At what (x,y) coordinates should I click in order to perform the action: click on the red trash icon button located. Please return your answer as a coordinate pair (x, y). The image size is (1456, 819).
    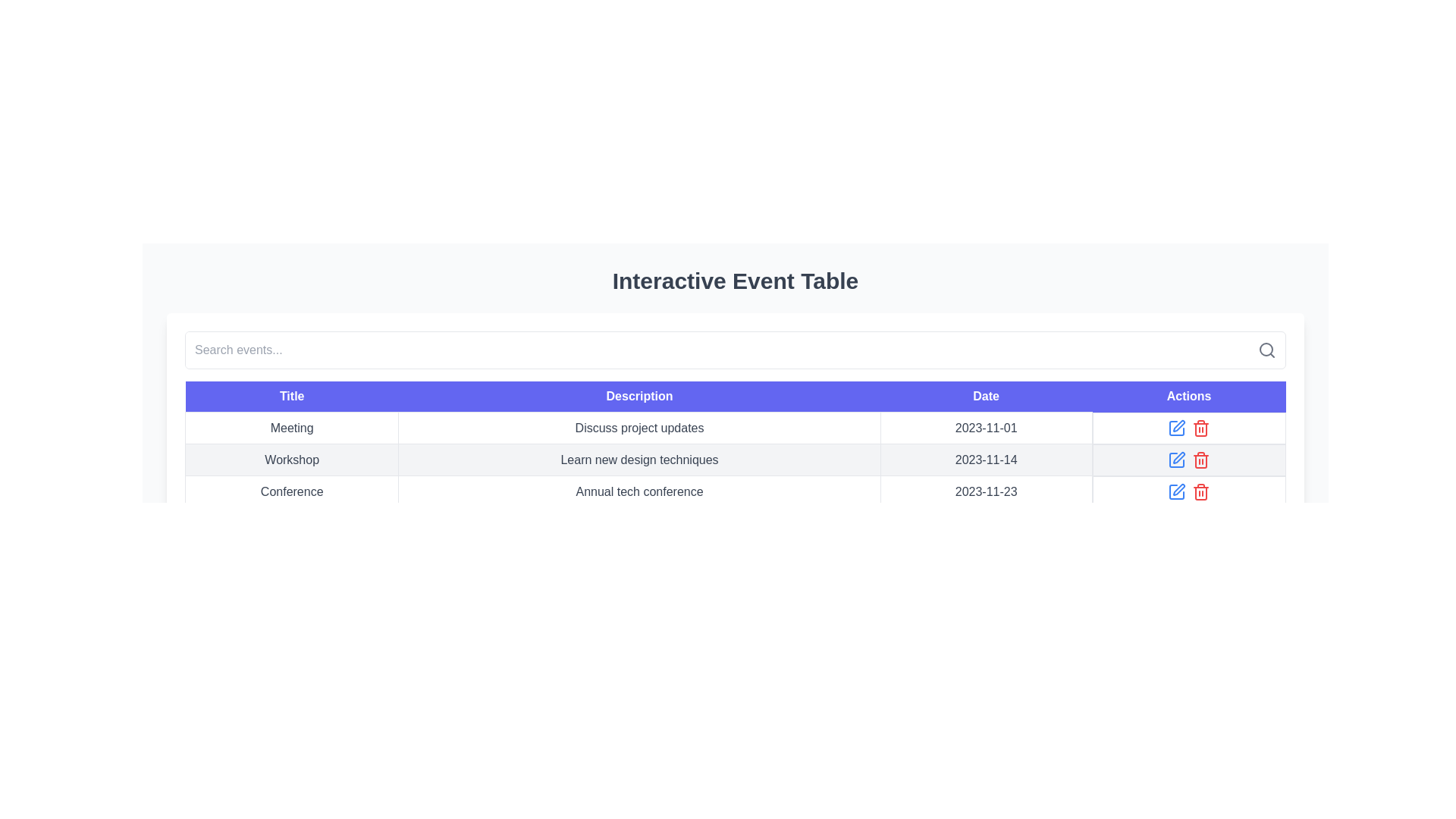
    Looking at the image, I should click on (1200, 428).